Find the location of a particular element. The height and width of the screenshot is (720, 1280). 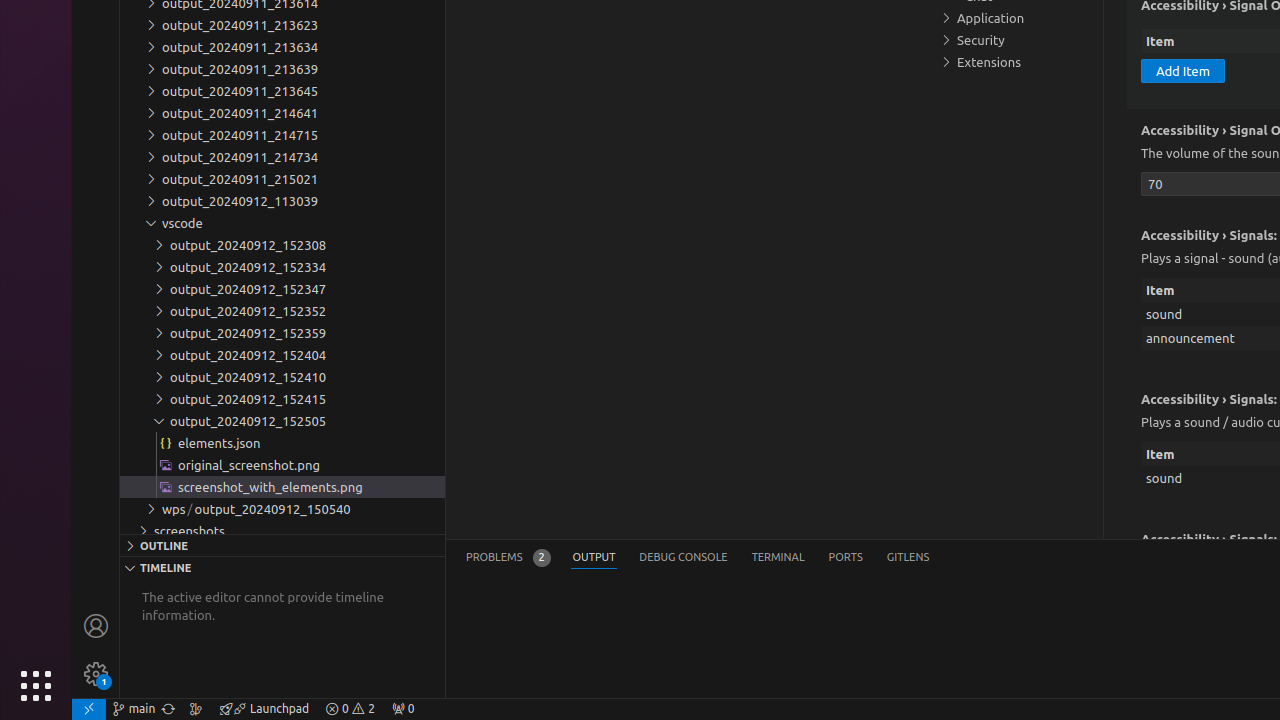

'output_20240912_152410' is located at coordinates (281, 376).